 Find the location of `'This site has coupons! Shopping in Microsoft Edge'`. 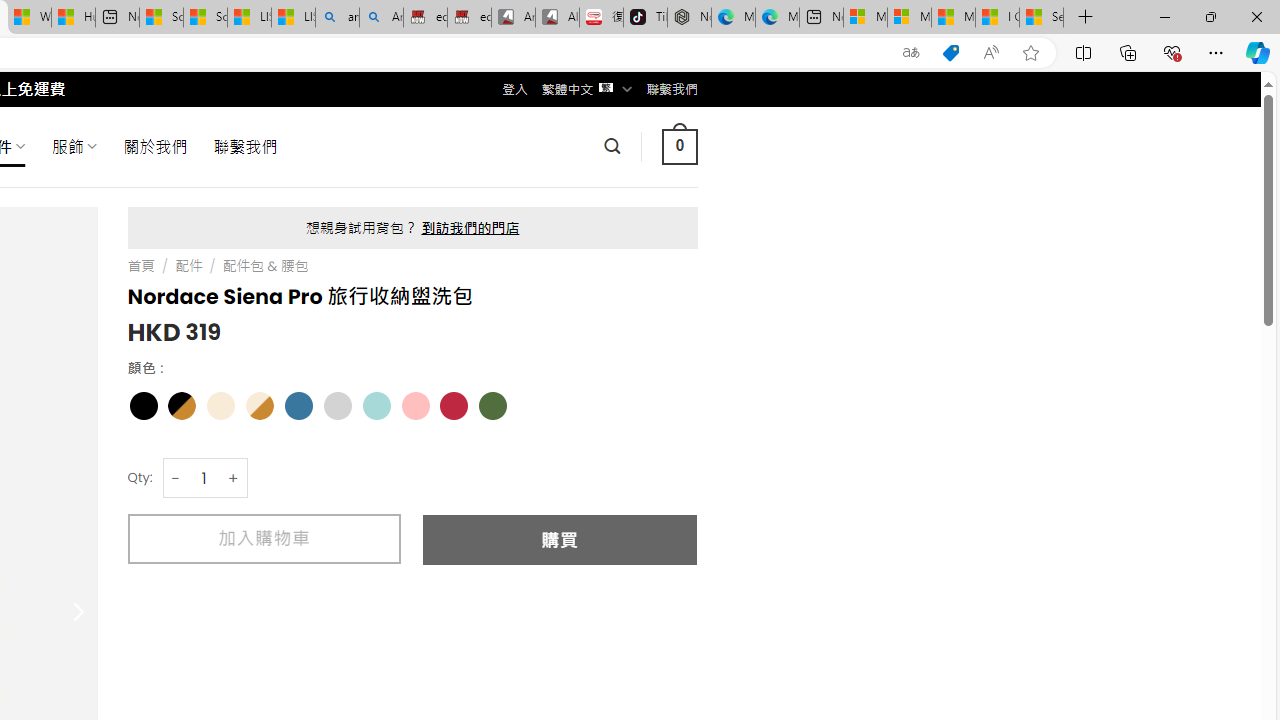

'This site has coupons! Shopping in Microsoft Edge' is located at coordinates (950, 52).